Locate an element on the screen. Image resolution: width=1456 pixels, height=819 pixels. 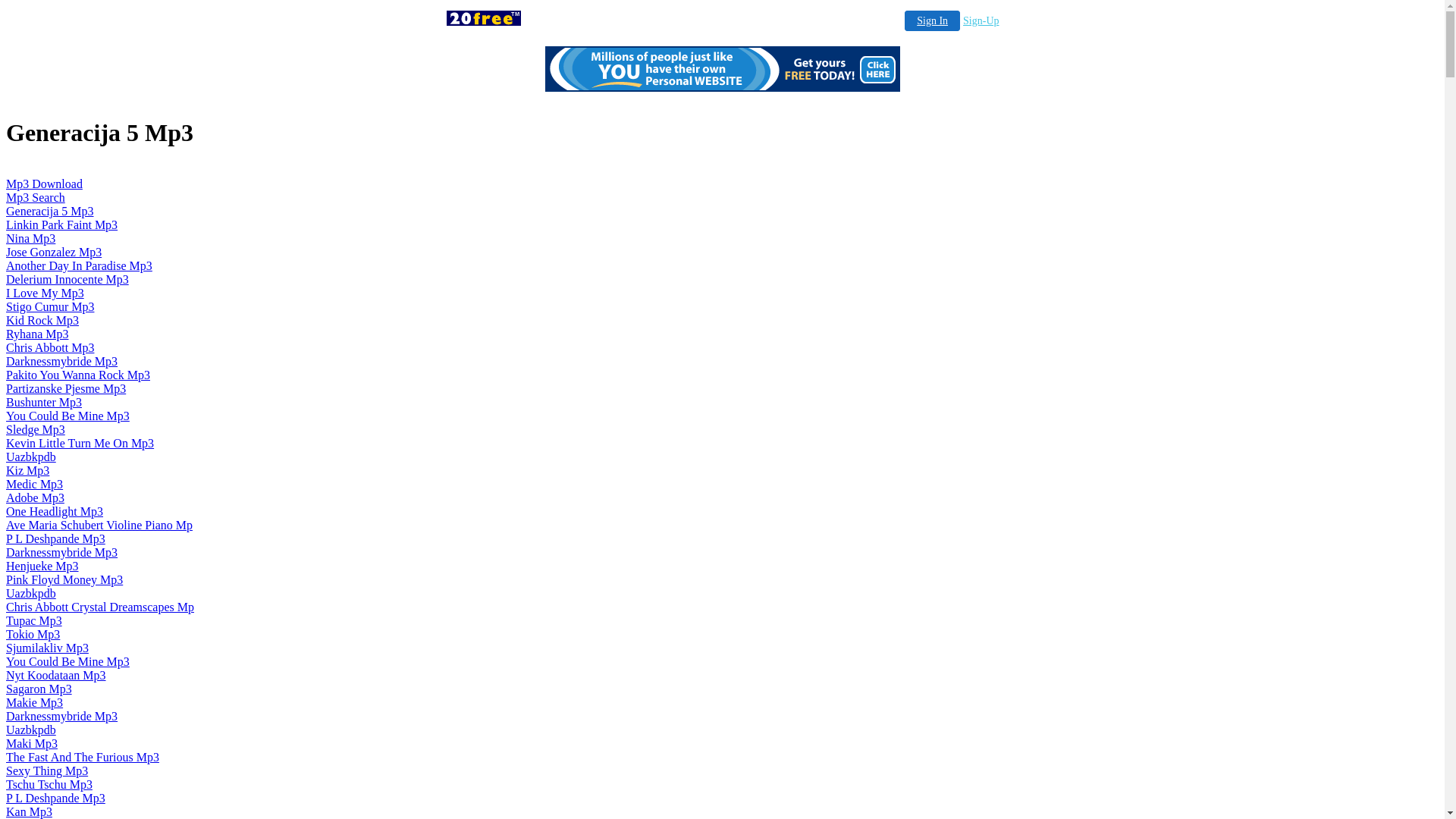
'Uazbkpdb' is located at coordinates (6, 456).